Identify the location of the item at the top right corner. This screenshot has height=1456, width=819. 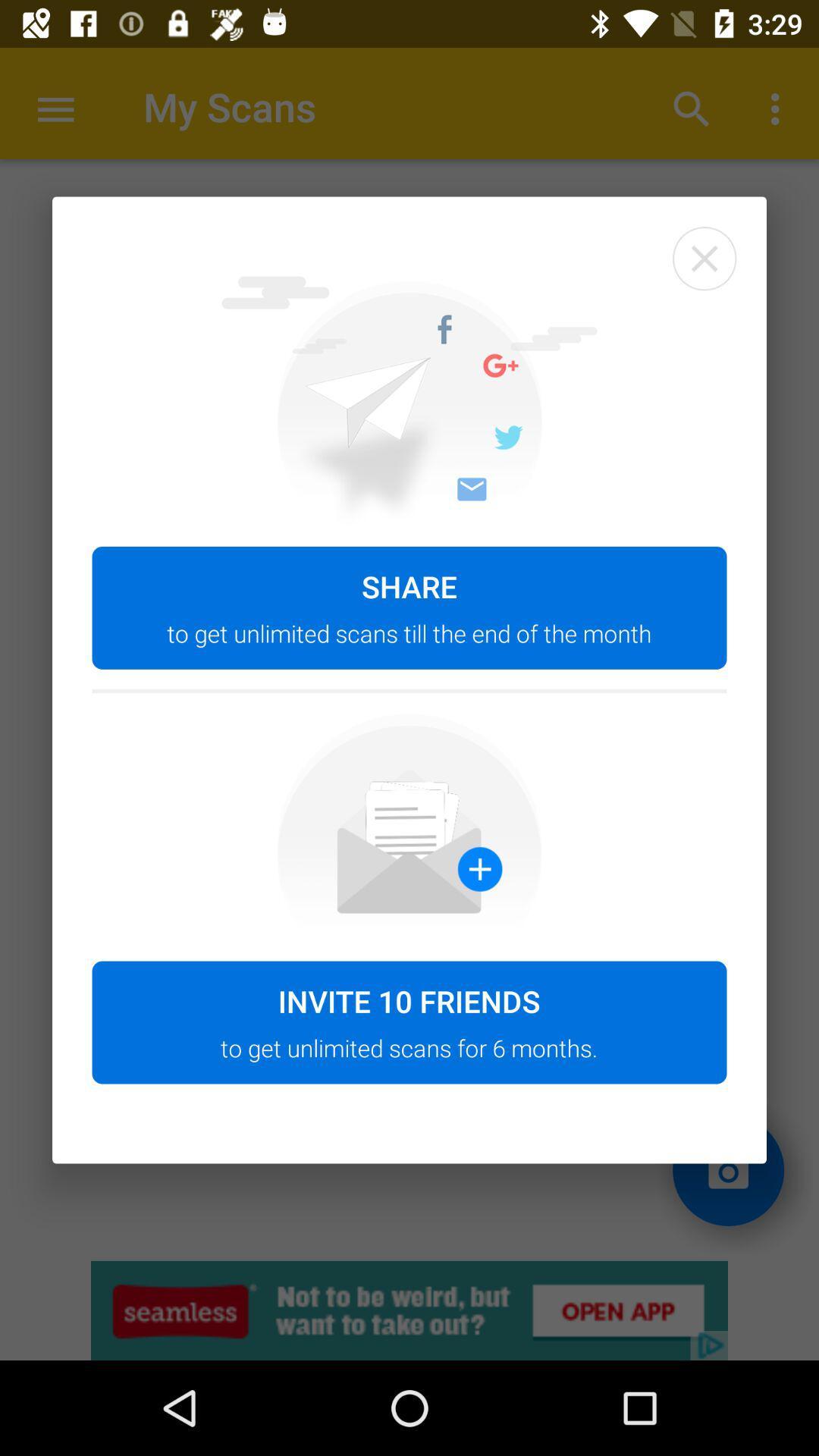
(704, 259).